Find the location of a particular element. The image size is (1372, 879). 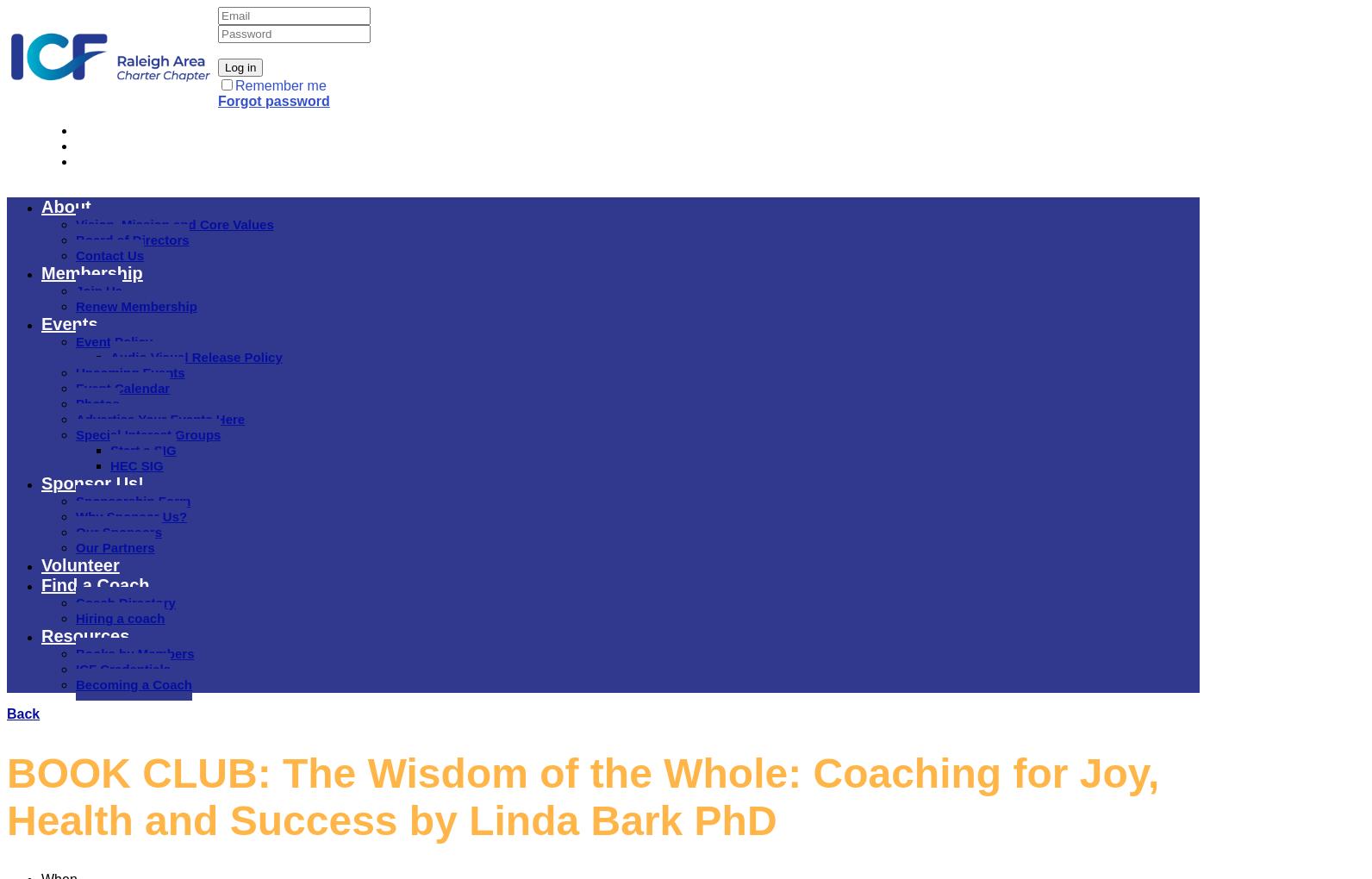

'Back' is located at coordinates (23, 714).